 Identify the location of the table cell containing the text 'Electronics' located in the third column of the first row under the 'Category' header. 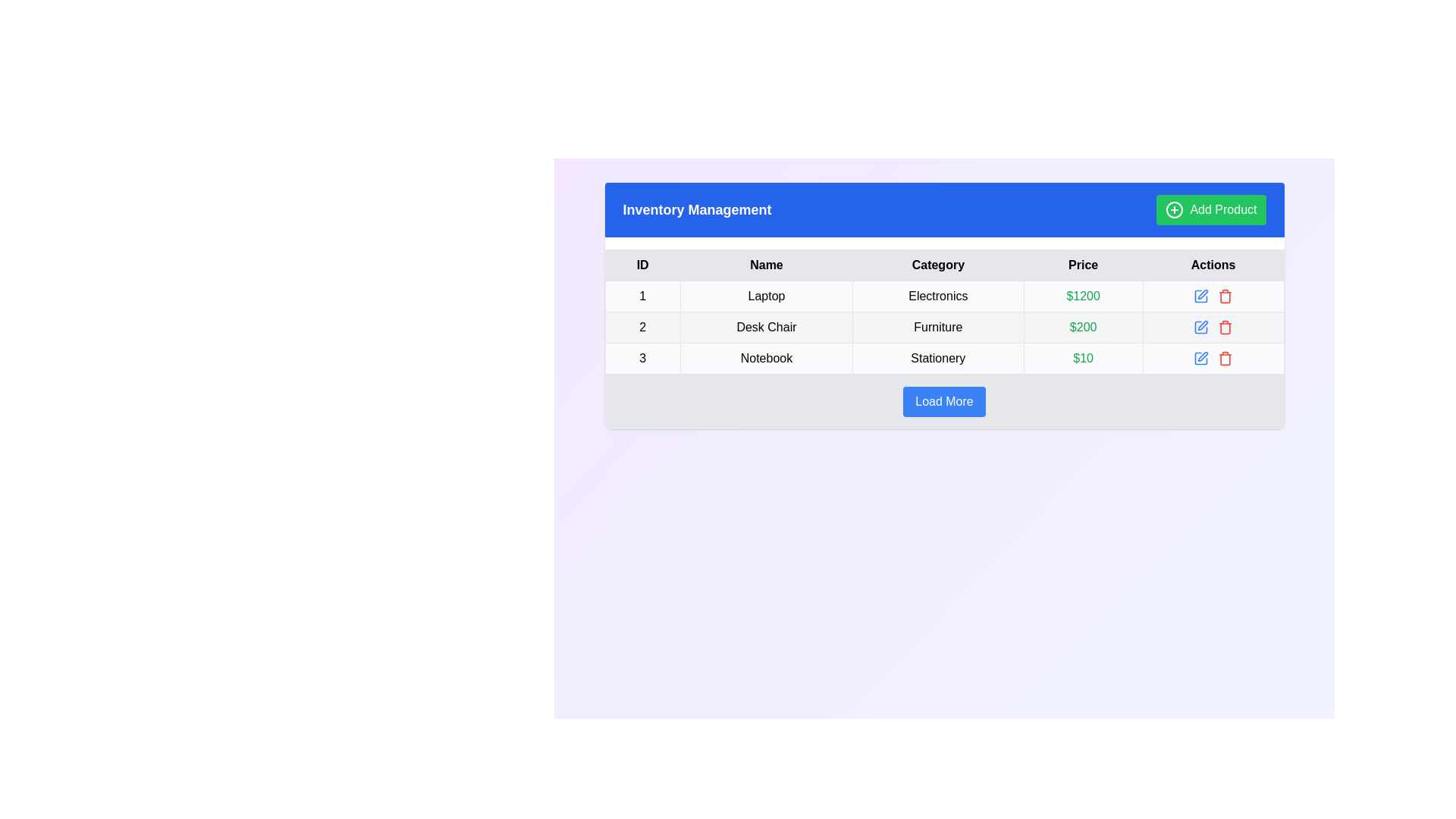
(937, 296).